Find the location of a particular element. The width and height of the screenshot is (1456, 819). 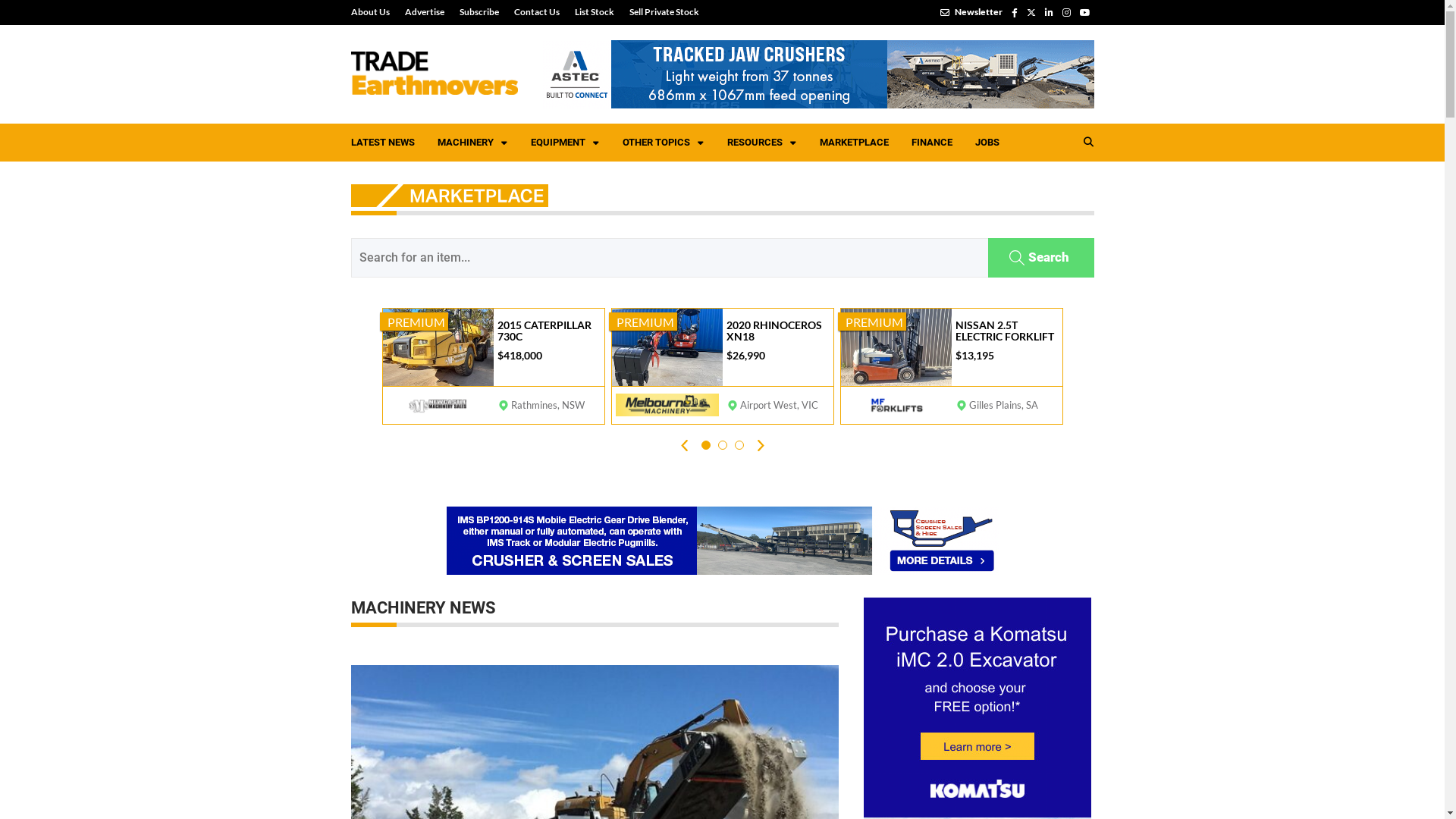

'Subscribe' is located at coordinates (479, 11).